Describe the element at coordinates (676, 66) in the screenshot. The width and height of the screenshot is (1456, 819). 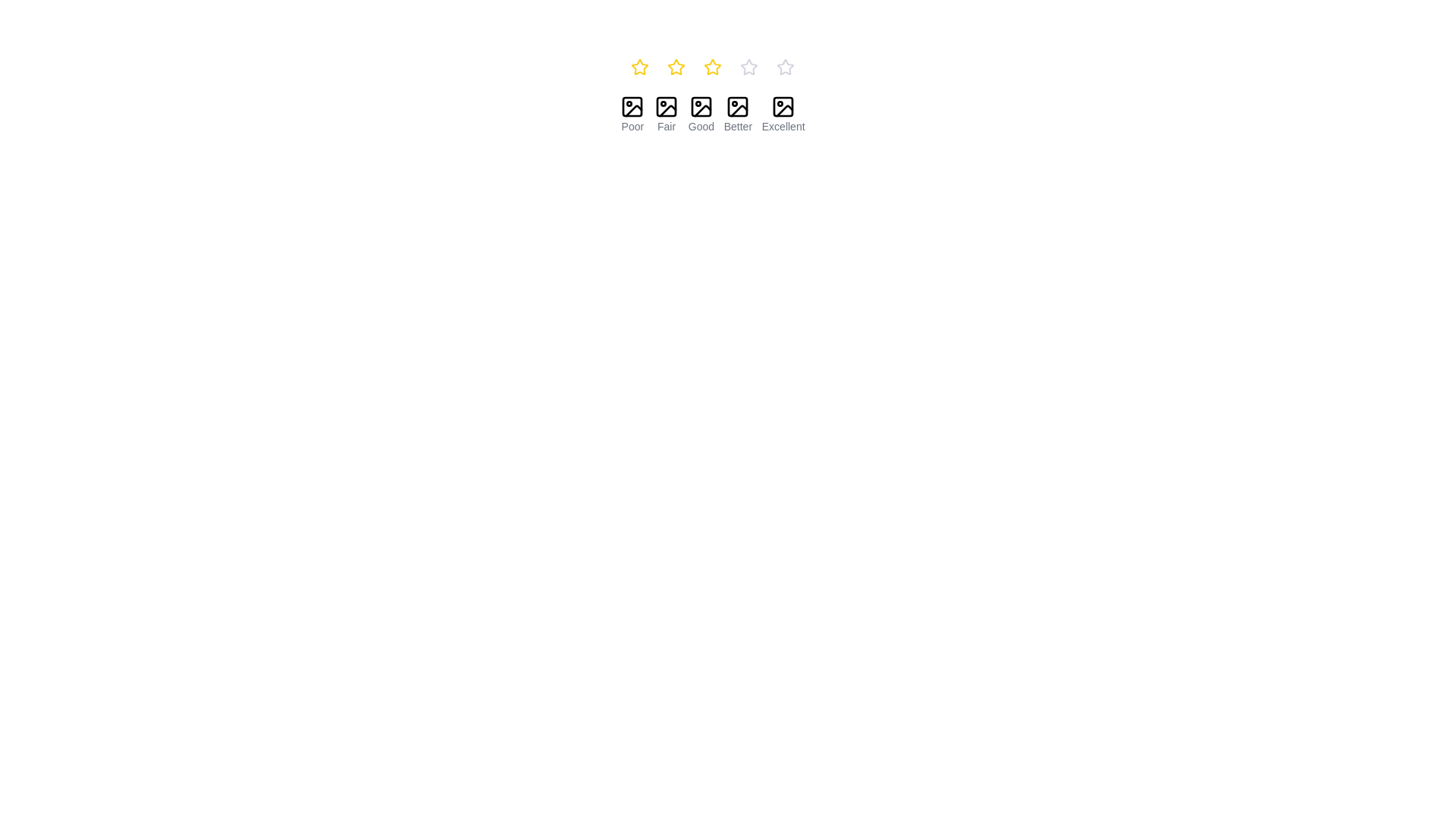
I see `the second star icon` at that location.